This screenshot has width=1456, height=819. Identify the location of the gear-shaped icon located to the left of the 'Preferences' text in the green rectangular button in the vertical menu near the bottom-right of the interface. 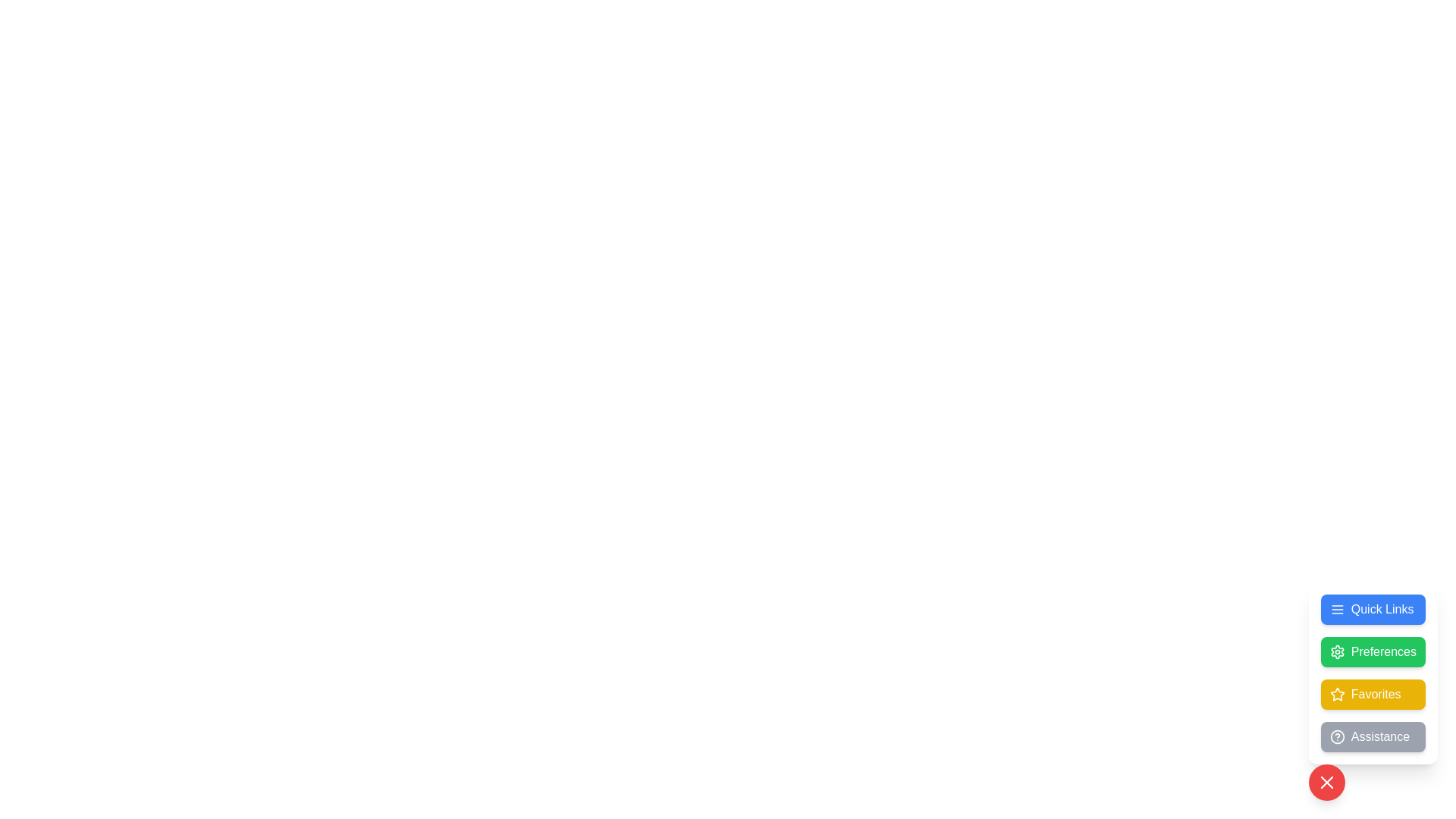
(1337, 651).